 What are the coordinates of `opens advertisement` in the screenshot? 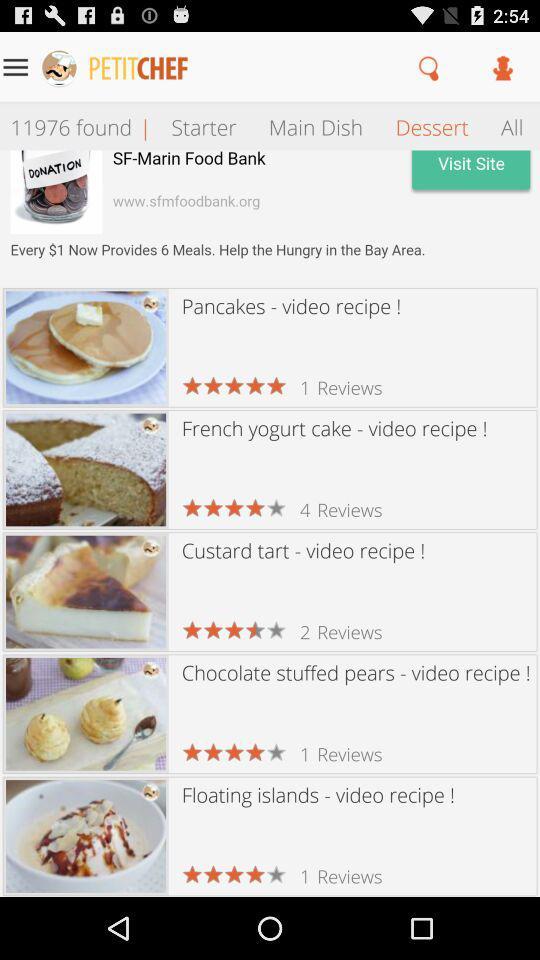 It's located at (270, 218).